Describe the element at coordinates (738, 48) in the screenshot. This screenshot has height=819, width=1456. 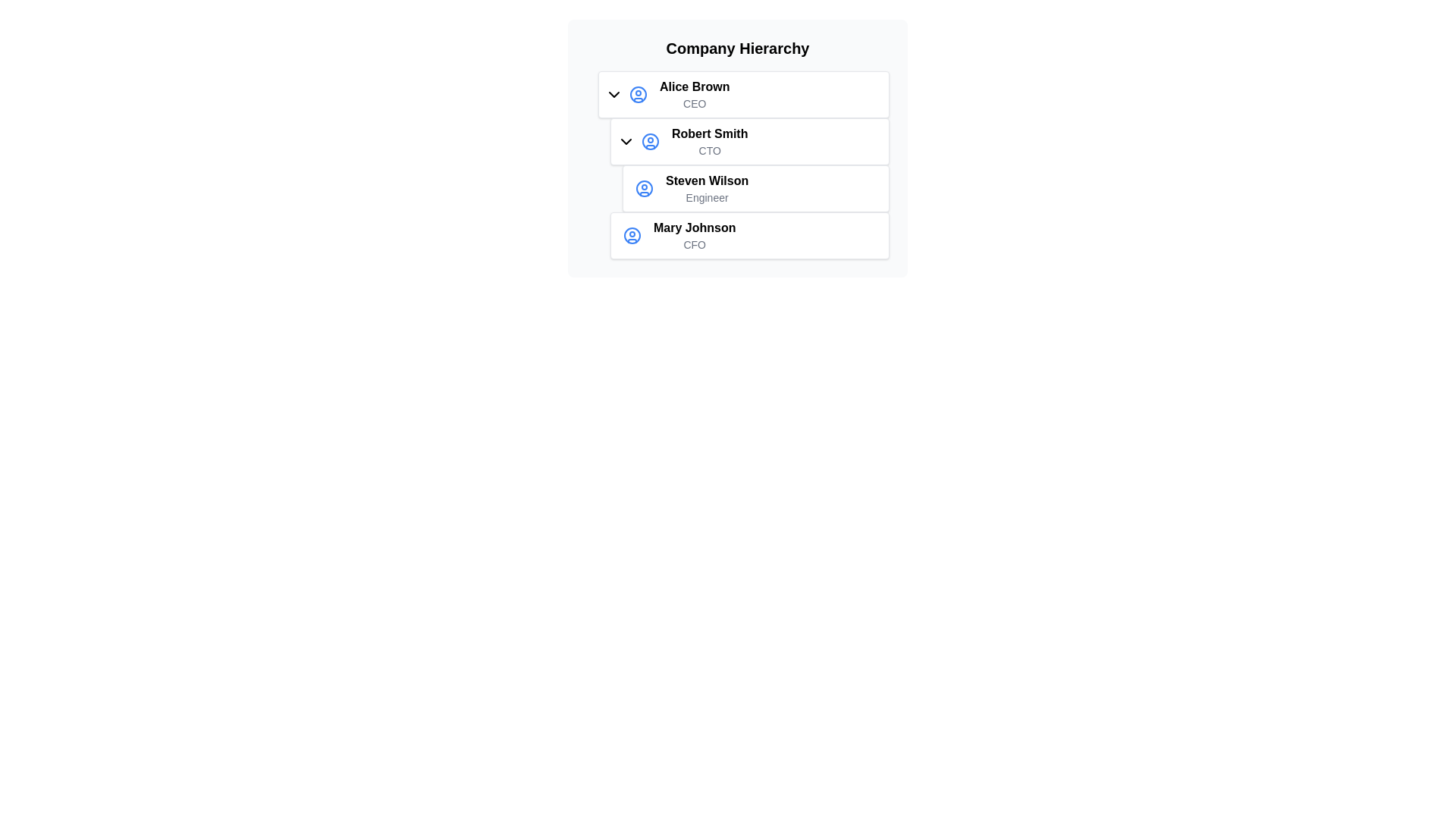
I see `text label at the top of the company hierarchy section, which serves as the title or heading for the information presented below` at that location.